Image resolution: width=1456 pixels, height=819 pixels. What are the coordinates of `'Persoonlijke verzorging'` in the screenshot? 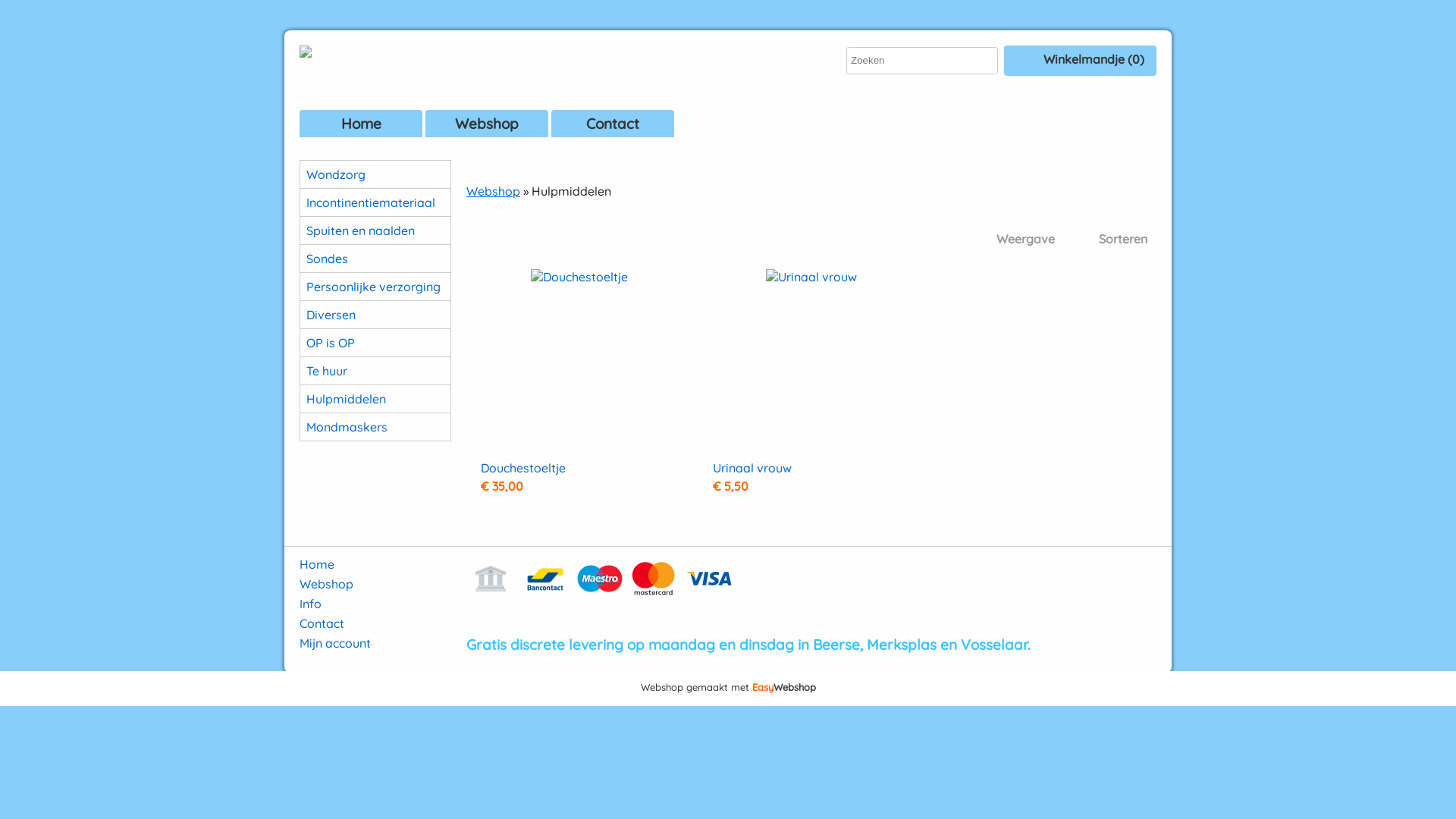 It's located at (375, 287).